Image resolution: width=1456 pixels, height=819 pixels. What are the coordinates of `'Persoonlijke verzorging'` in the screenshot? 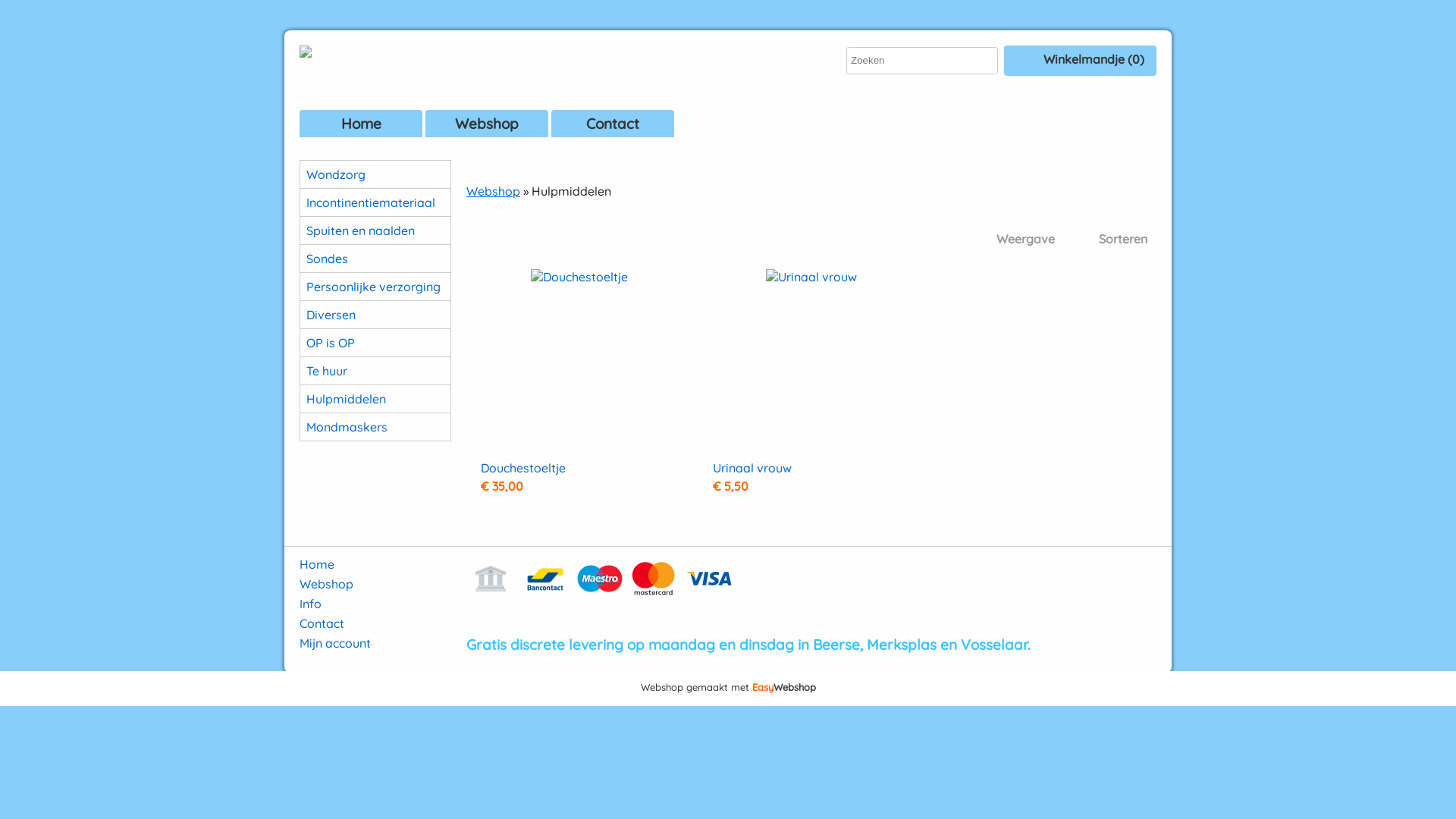 It's located at (375, 287).